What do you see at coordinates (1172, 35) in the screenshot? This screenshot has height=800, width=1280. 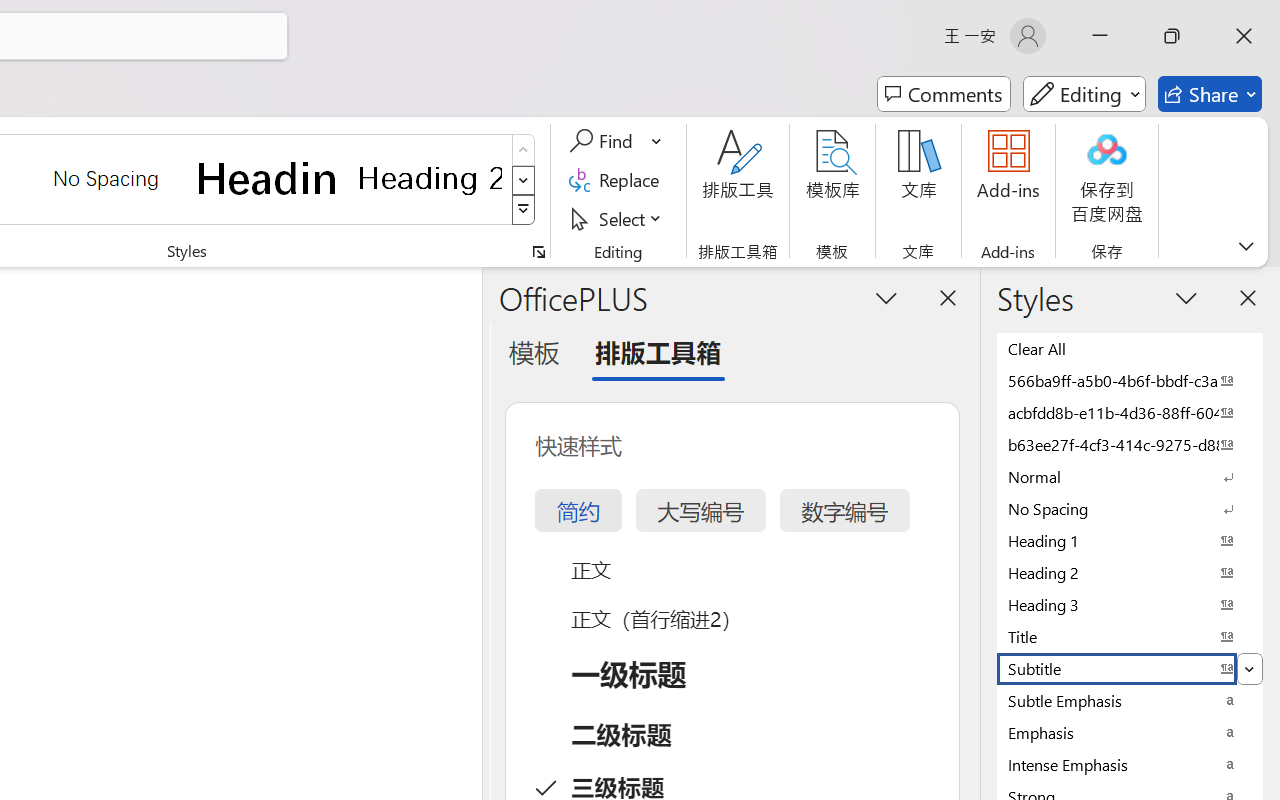 I see `'Restore Down'` at bounding box center [1172, 35].